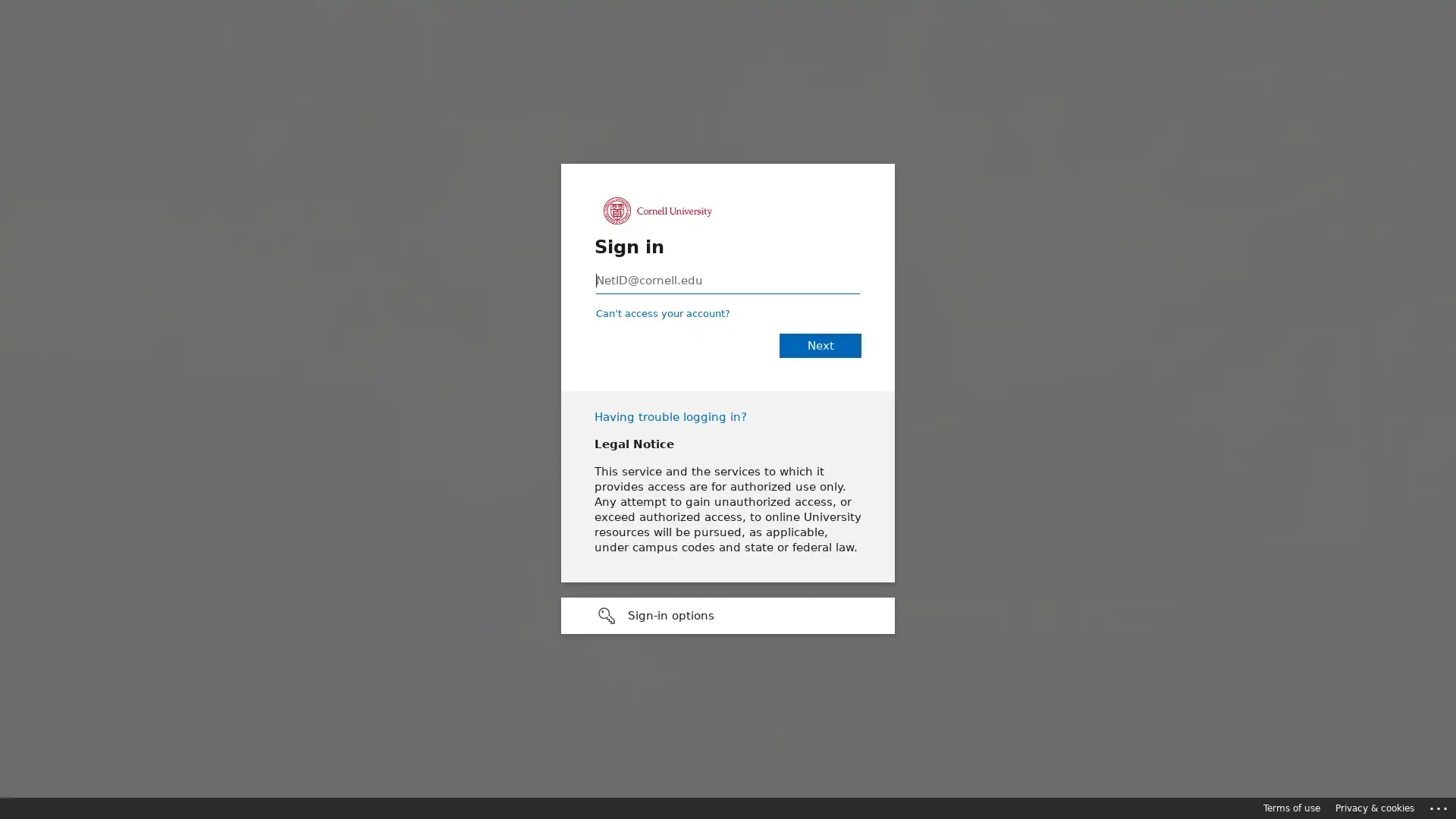 Image resolution: width=1456 pixels, height=819 pixels. What do you see at coordinates (1439, 805) in the screenshot?
I see `Click here for troubleshooting information` at bounding box center [1439, 805].